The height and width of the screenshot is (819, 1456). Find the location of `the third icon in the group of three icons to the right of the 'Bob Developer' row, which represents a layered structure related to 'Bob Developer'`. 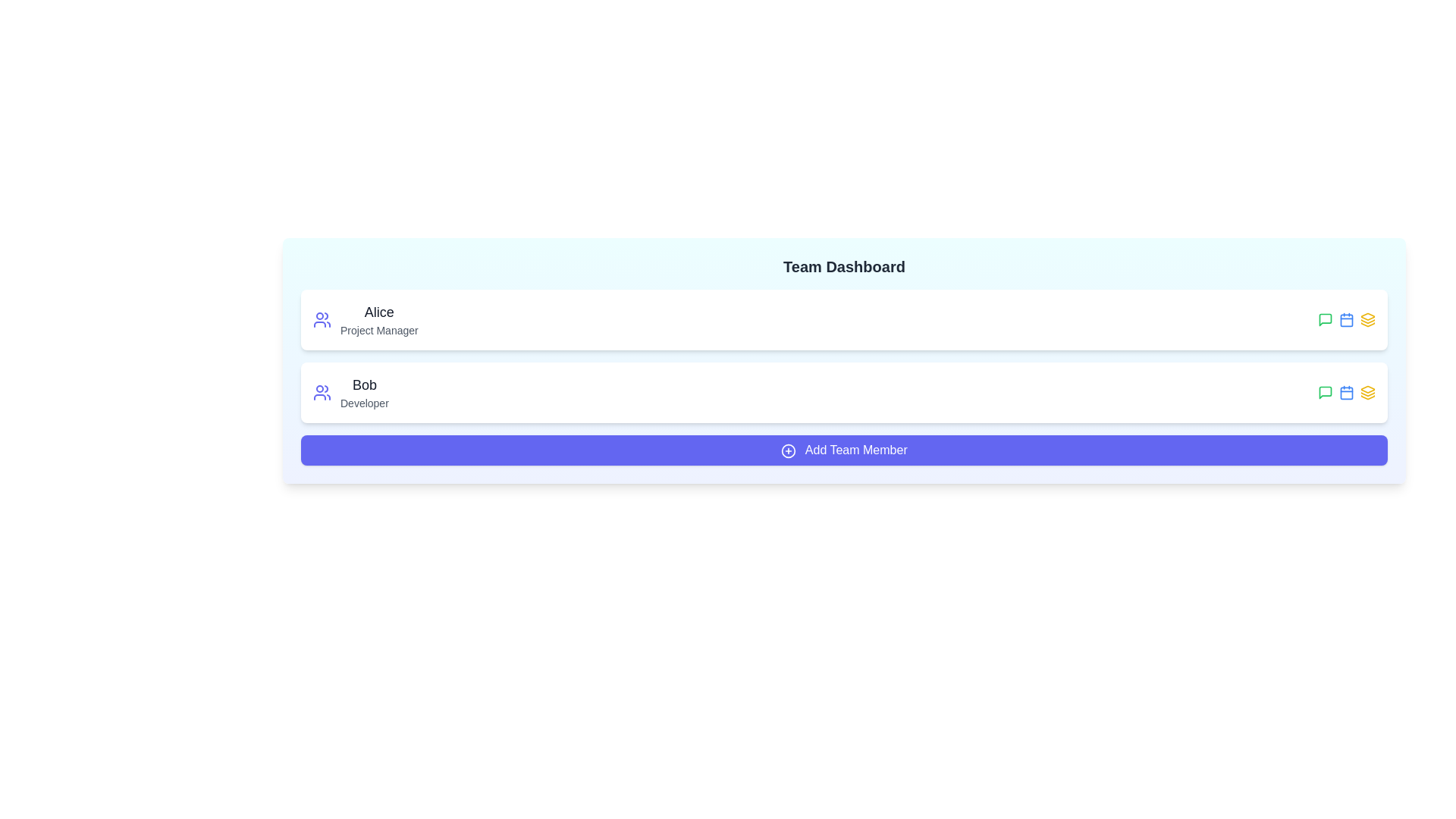

the third icon in the group of three icons to the right of the 'Bob Developer' row, which represents a layered structure related to 'Bob Developer' is located at coordinates (1368, 397).